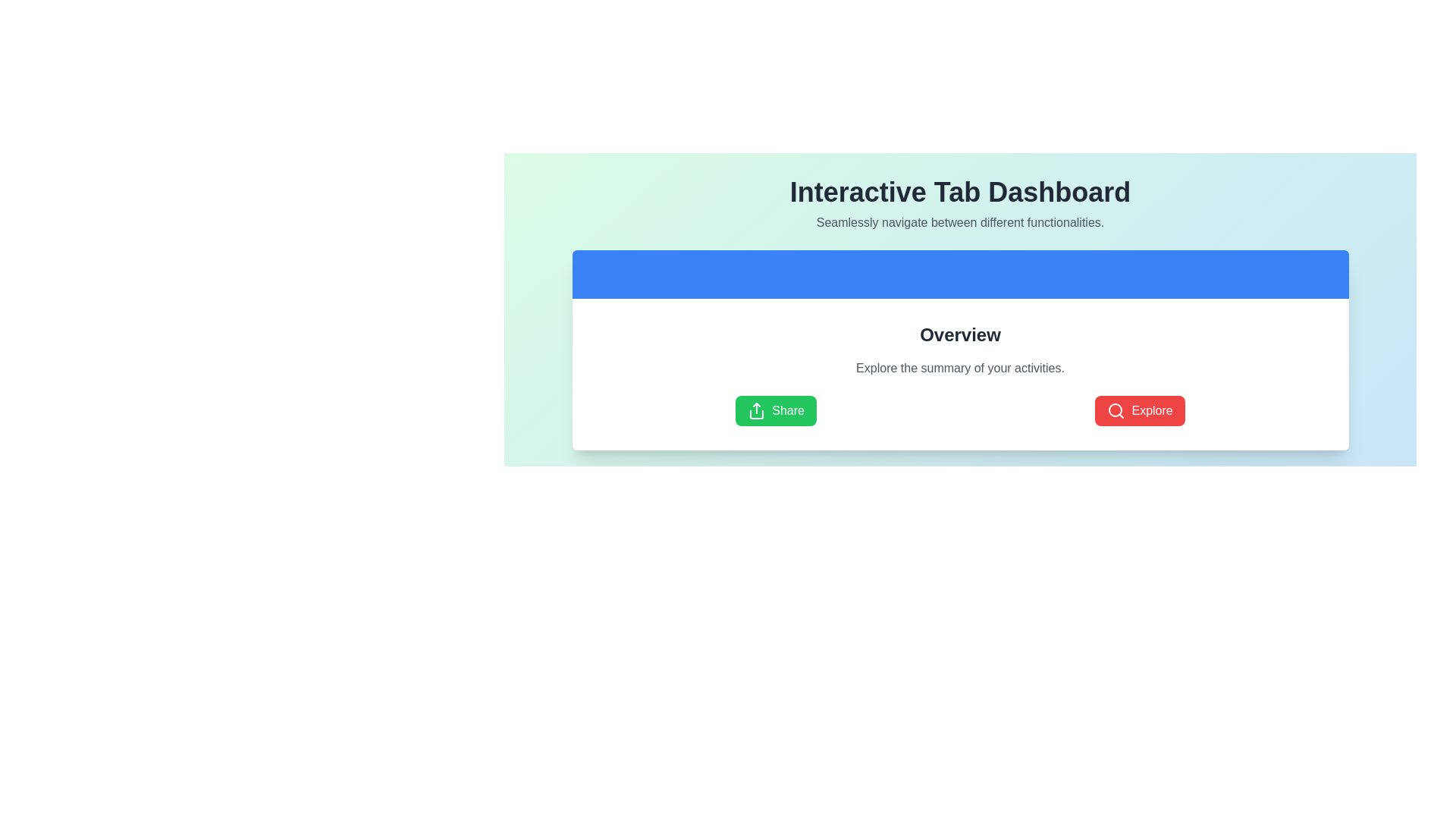 The height and width of the screenshot is (819, 1456). Describe the element at coordinates (1116, 411) in the screenshot. I see `the magnifying glass icon located within the red 'Explore' button at the bottom right corner of the white card component in the 'Overview' section` at that location.